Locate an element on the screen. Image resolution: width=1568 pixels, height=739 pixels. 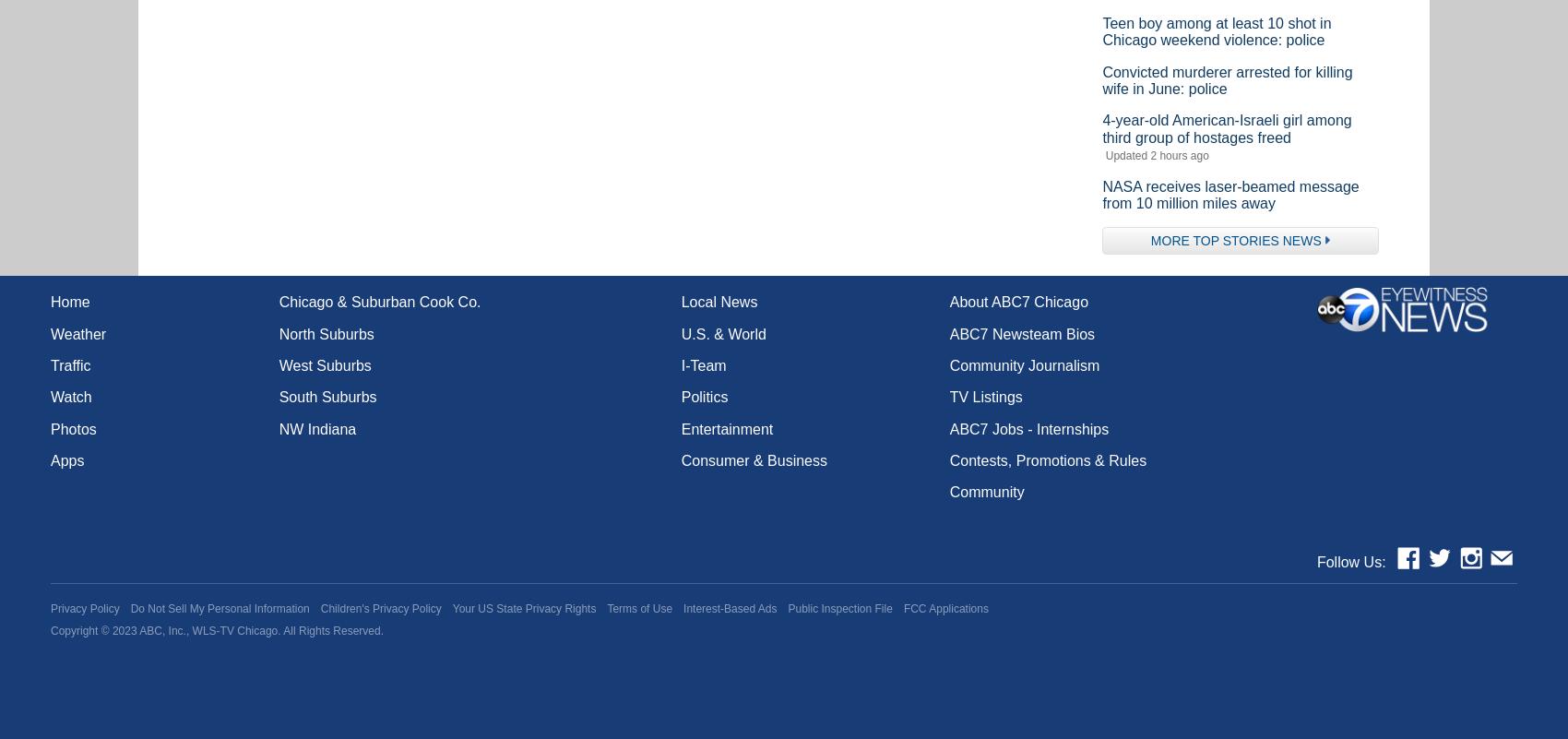
'2023' is located at coordinates (123, 630).